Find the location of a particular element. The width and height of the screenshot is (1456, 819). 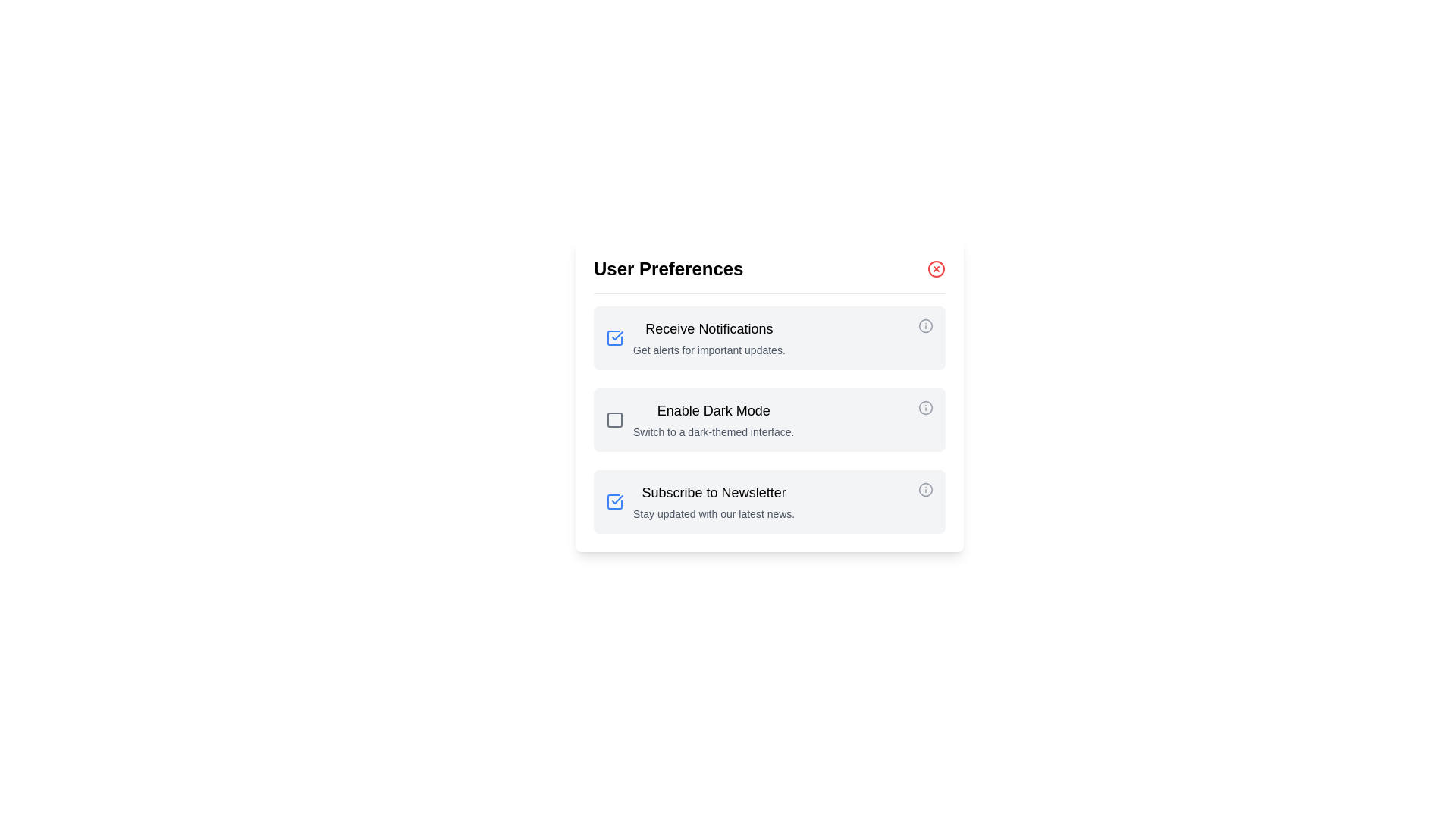

the Text label that contains the message 'Stay updated with our latest news.' which is positioned below the title 'Subscribe to Newsletter' in the subscription preferences section is located at coordinates (713, 513).